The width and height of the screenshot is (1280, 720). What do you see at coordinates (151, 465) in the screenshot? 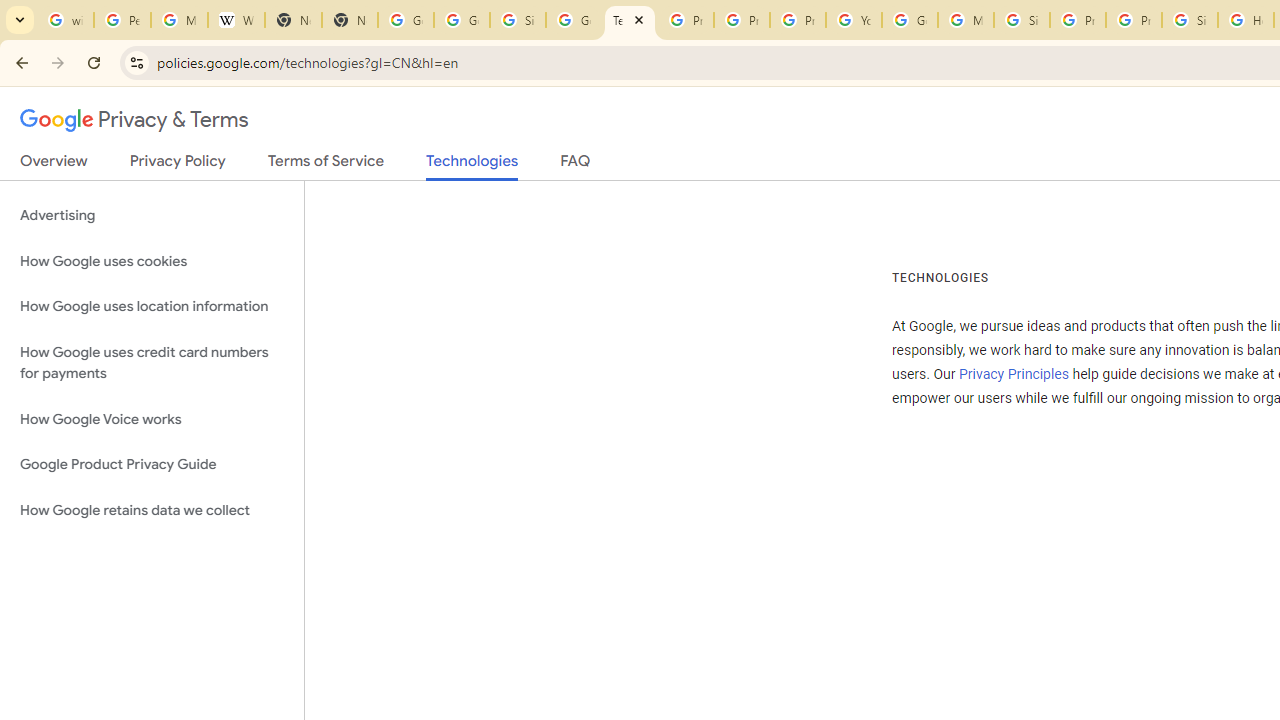
I see `'Google Product Privacy Guide'` at bounding box center [151, 465].